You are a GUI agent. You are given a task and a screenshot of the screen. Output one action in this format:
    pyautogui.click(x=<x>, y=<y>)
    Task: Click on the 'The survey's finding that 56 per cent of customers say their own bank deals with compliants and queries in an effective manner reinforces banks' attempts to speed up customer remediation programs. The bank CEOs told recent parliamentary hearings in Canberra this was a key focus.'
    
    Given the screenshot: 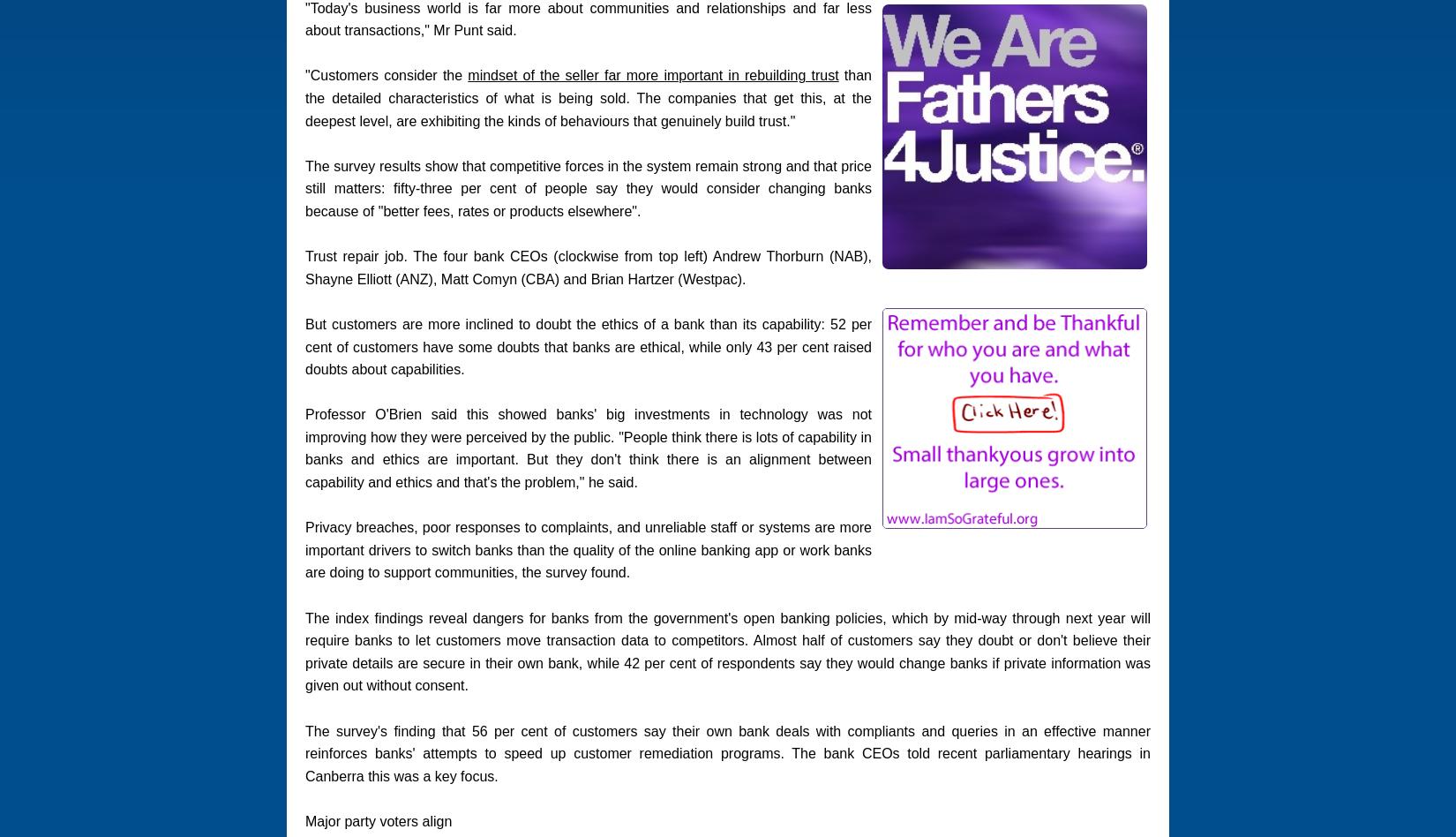 What is the action you would take?
    pyautogui.click(x=728, y=752)
    